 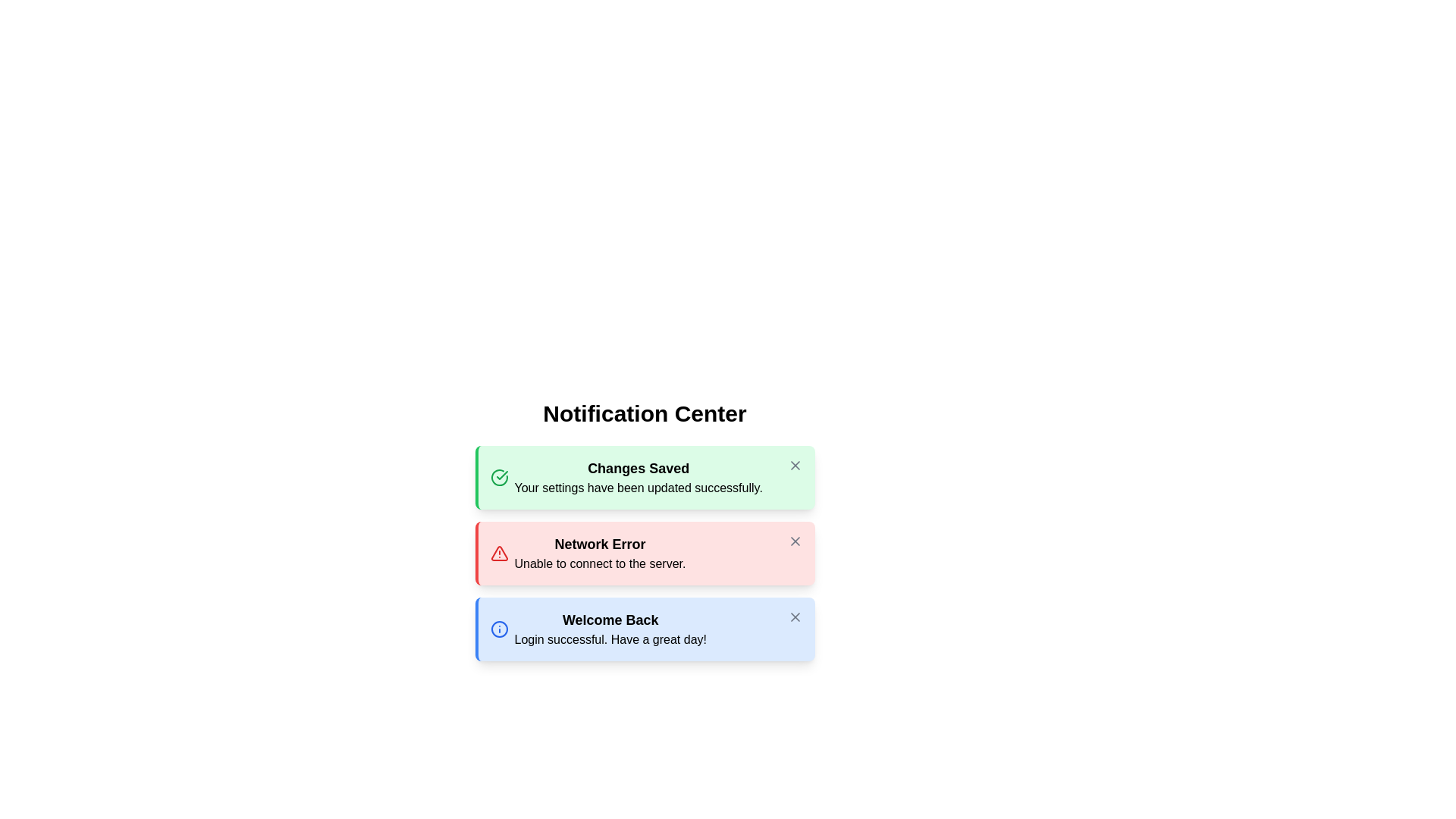 I want to click on the graphical circle component within the SVG icon that represents the notification's type or status, located on the left side of the 'Welcome Back' notification card, so click(x=499, y=629).